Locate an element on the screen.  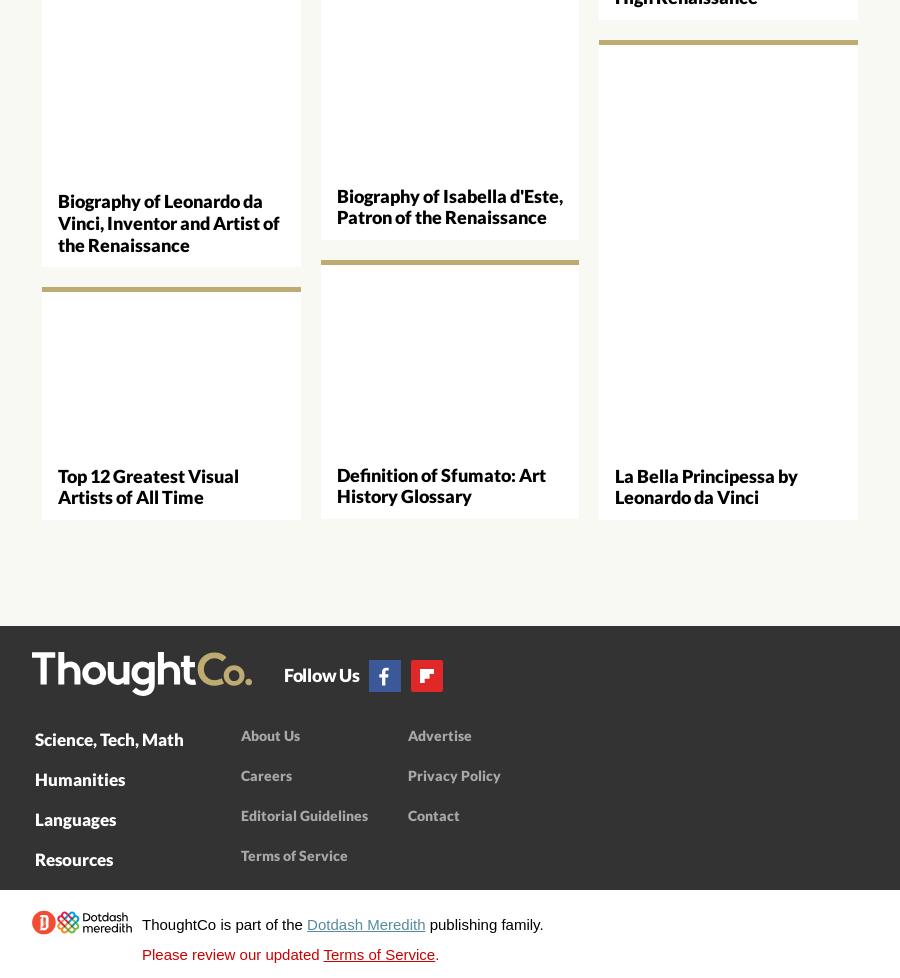
'Definition of Sfumato: Art History Glossary' is located at coordinates (440, 483).